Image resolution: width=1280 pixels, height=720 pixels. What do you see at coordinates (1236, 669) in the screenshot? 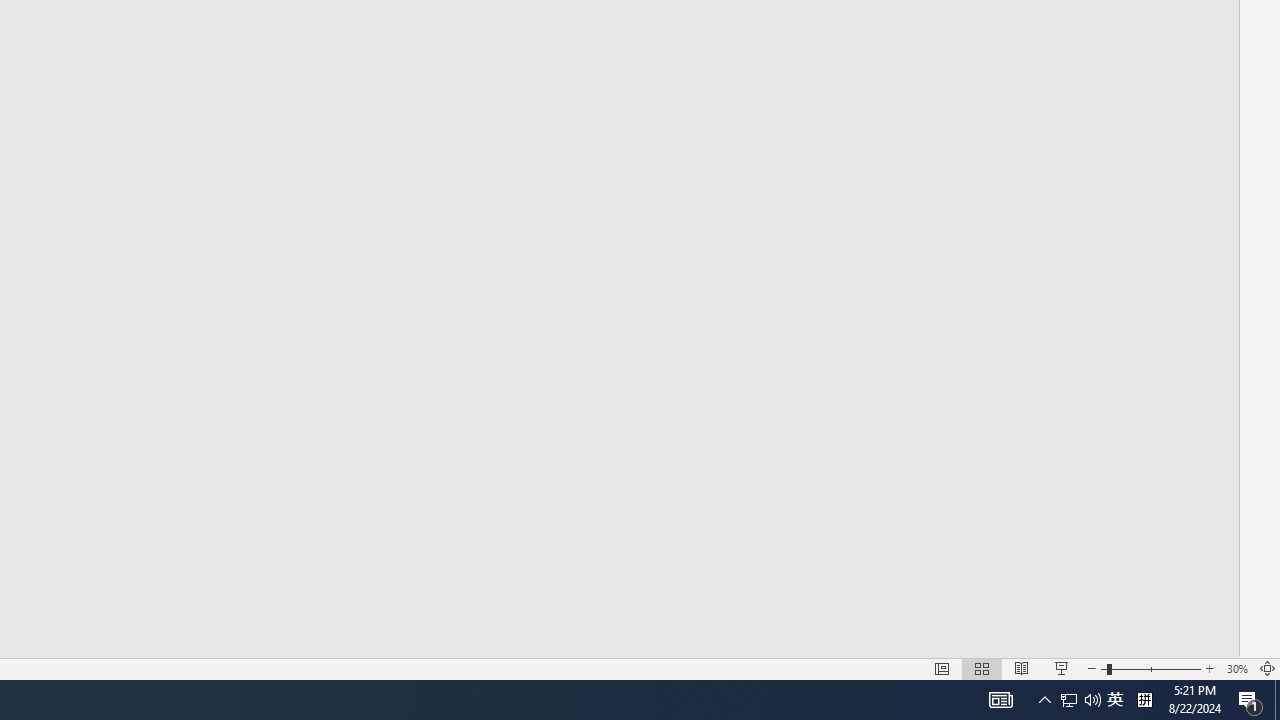
I see `'Zoom 30%'` at bounding box center [1236, 669].